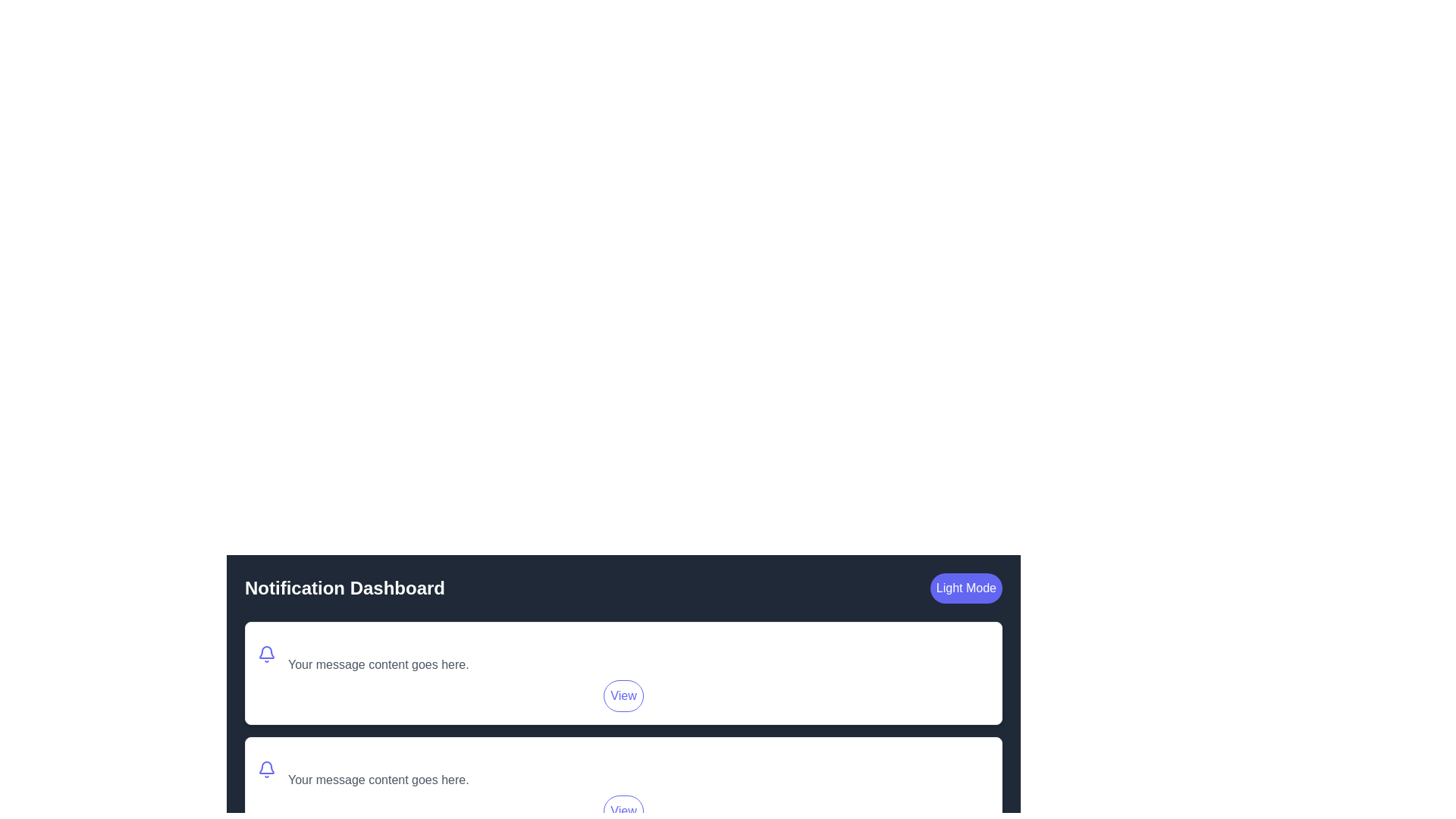 Image resolution: width=1456 pixels, height=819 pixels. I want to click on the text display that shows 'Your message content goes here.' located below the heading 'Notification 2' in the second notification item, so click(378, 769).